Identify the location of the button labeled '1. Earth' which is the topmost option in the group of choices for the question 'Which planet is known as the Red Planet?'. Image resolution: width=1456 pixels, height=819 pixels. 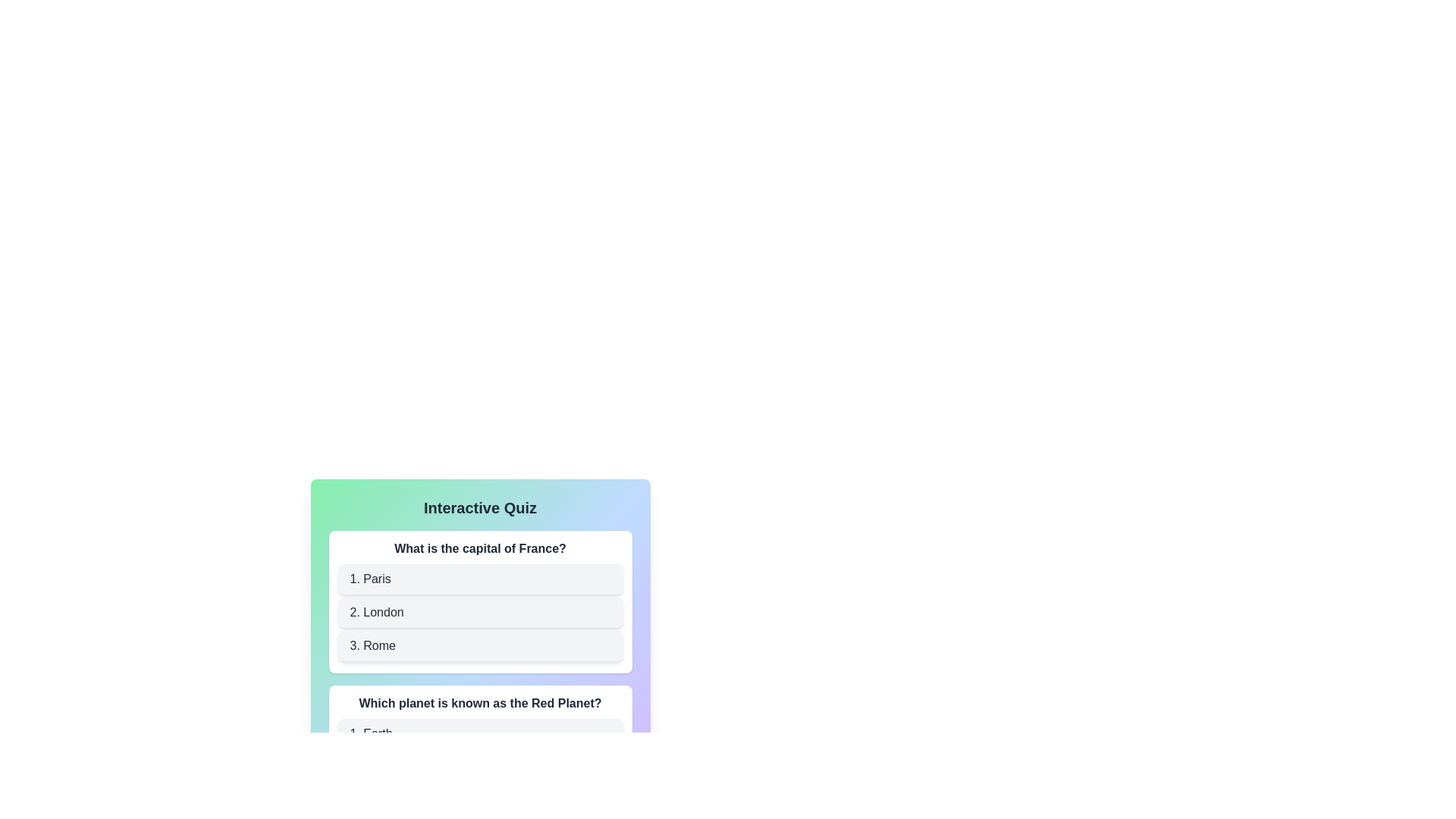
(479, 733).